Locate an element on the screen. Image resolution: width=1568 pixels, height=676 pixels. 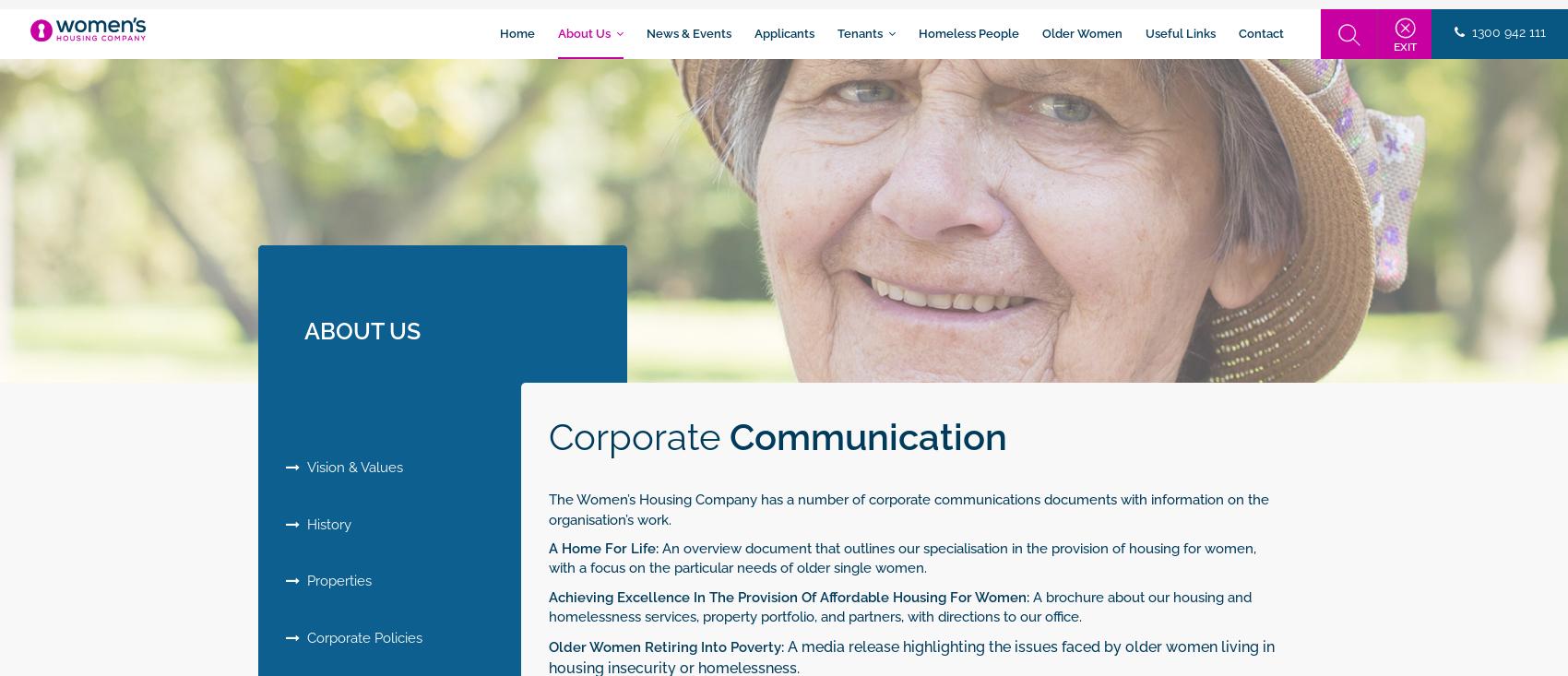
'About Us' is located at coordinates (586, 32).